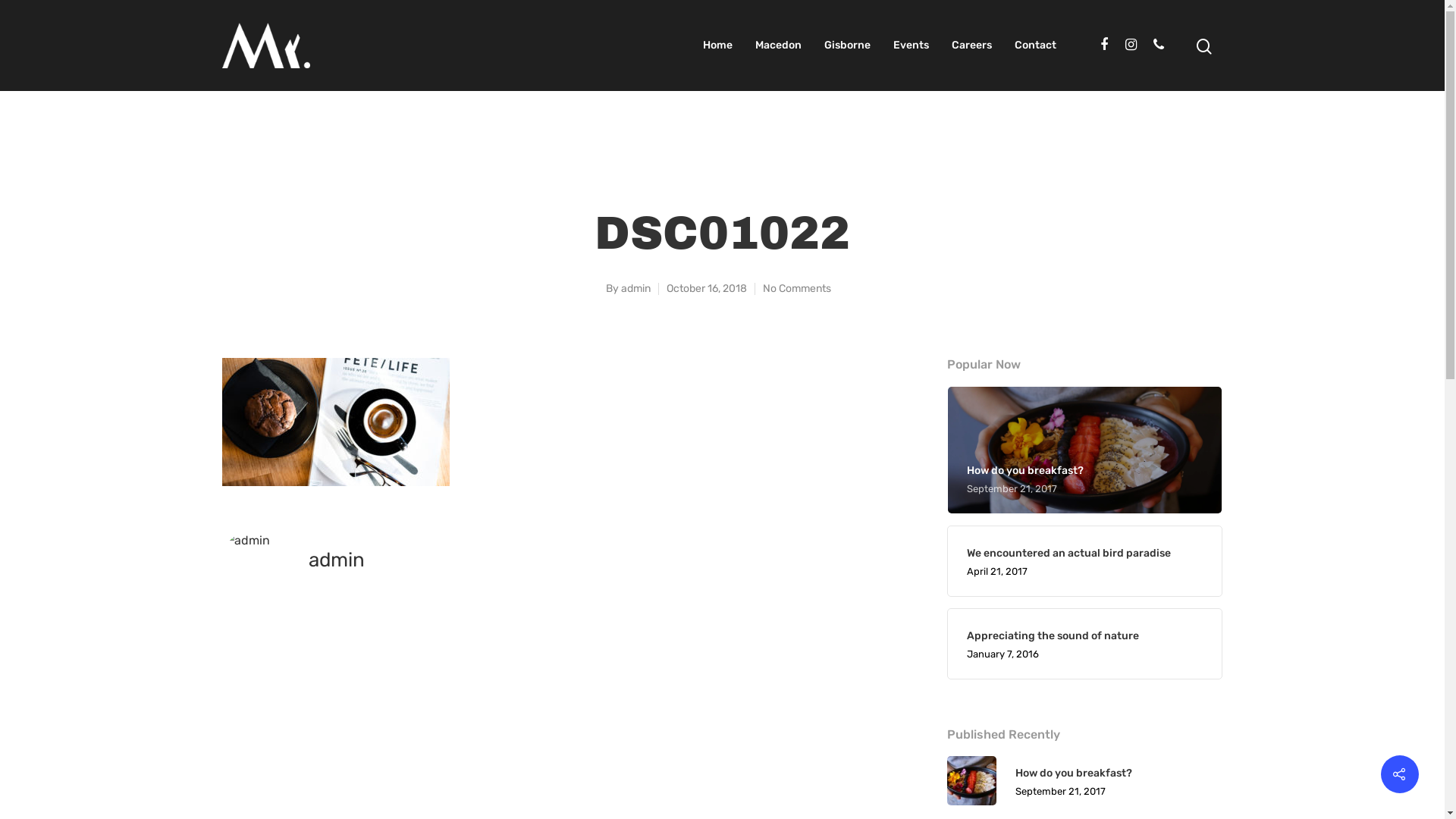 The height and width of the screenshot is (819, 1456). I want to click on 'Macedon', so click(778, 45).